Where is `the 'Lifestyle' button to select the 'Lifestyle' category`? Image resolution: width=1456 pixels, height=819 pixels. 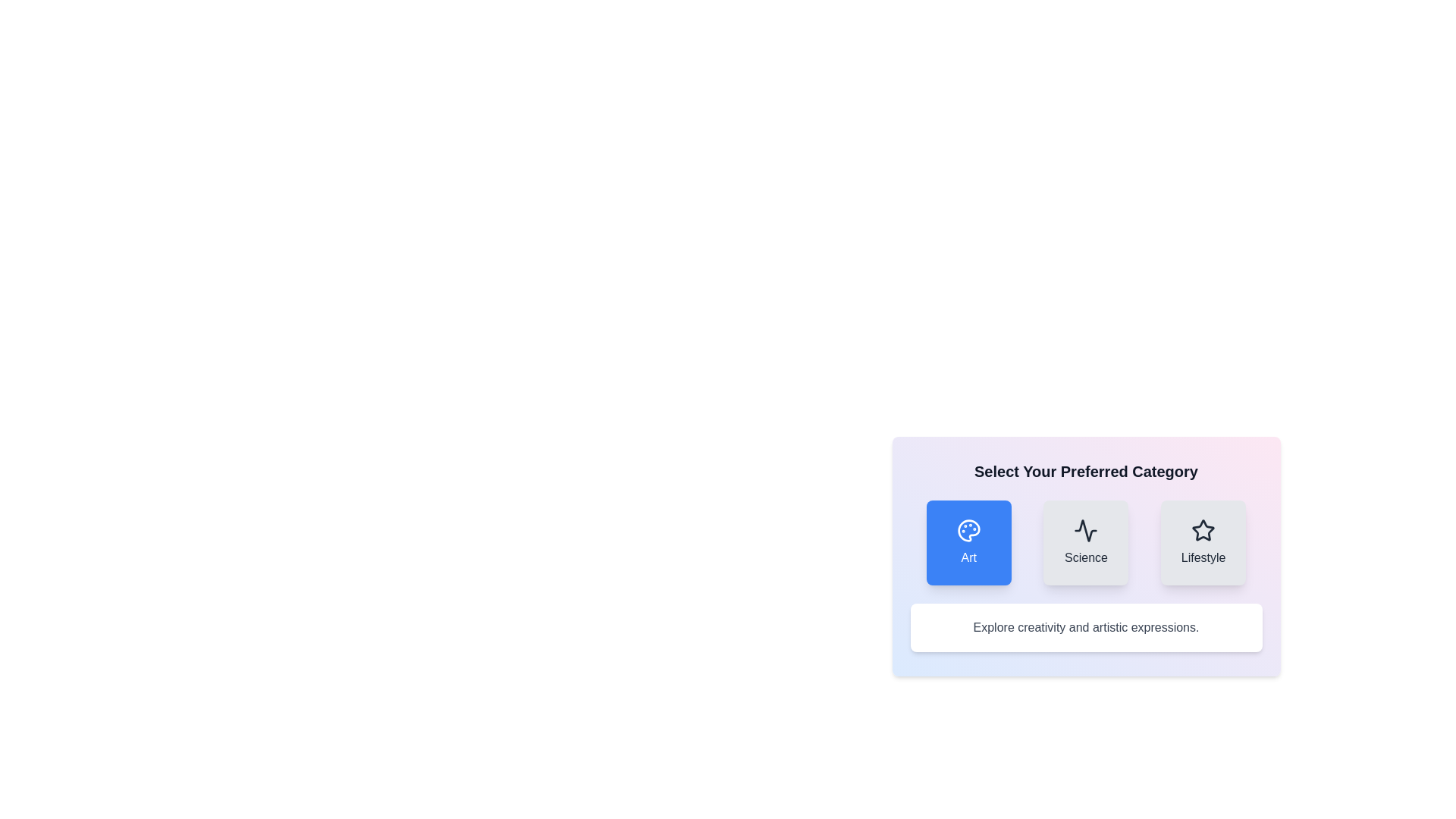
the 'Lifestyle' button to select the 'Lifestyle' category is located at coordinates (1203, 542).